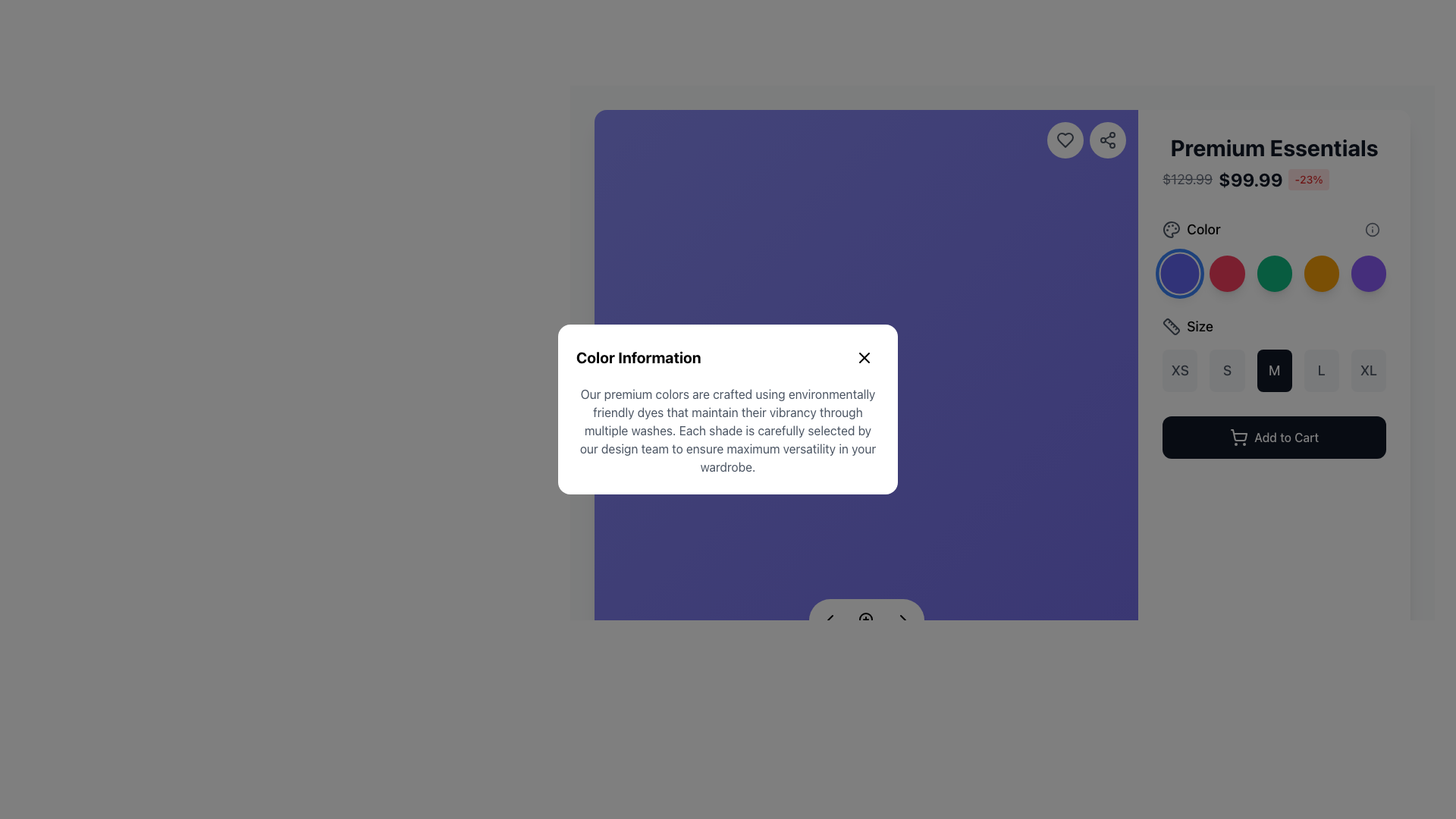 The width and height of the screenshot is (1456, 819). I want to click on the 'M' size option button located in the third position among five size buttons (XS, S, M, L, XL) beneath the 'Size' label in the product details section, so click(1274, 371).